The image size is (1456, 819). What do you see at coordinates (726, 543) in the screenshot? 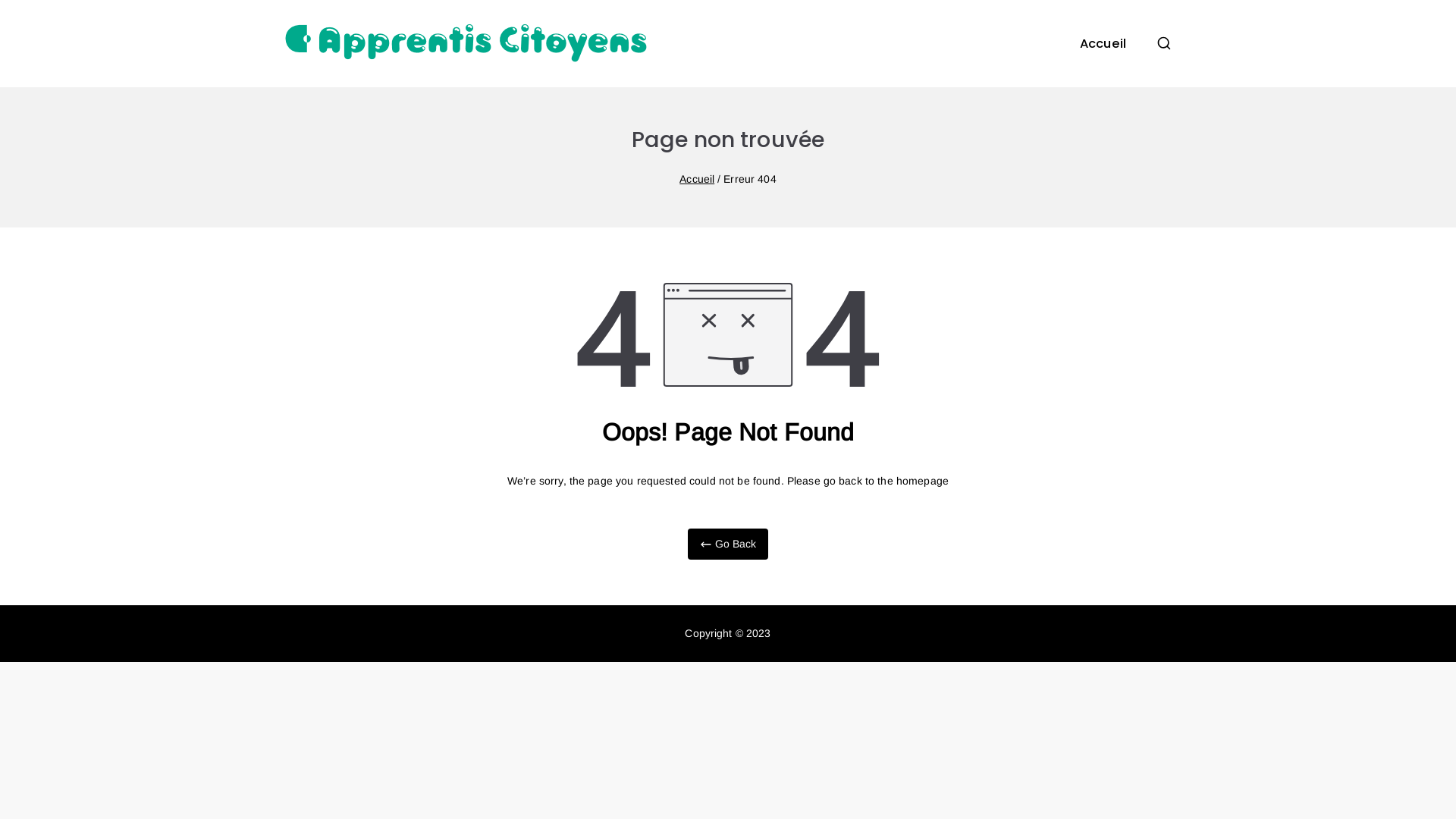
I see `'Go Back'` at bounding box center [726, 543].